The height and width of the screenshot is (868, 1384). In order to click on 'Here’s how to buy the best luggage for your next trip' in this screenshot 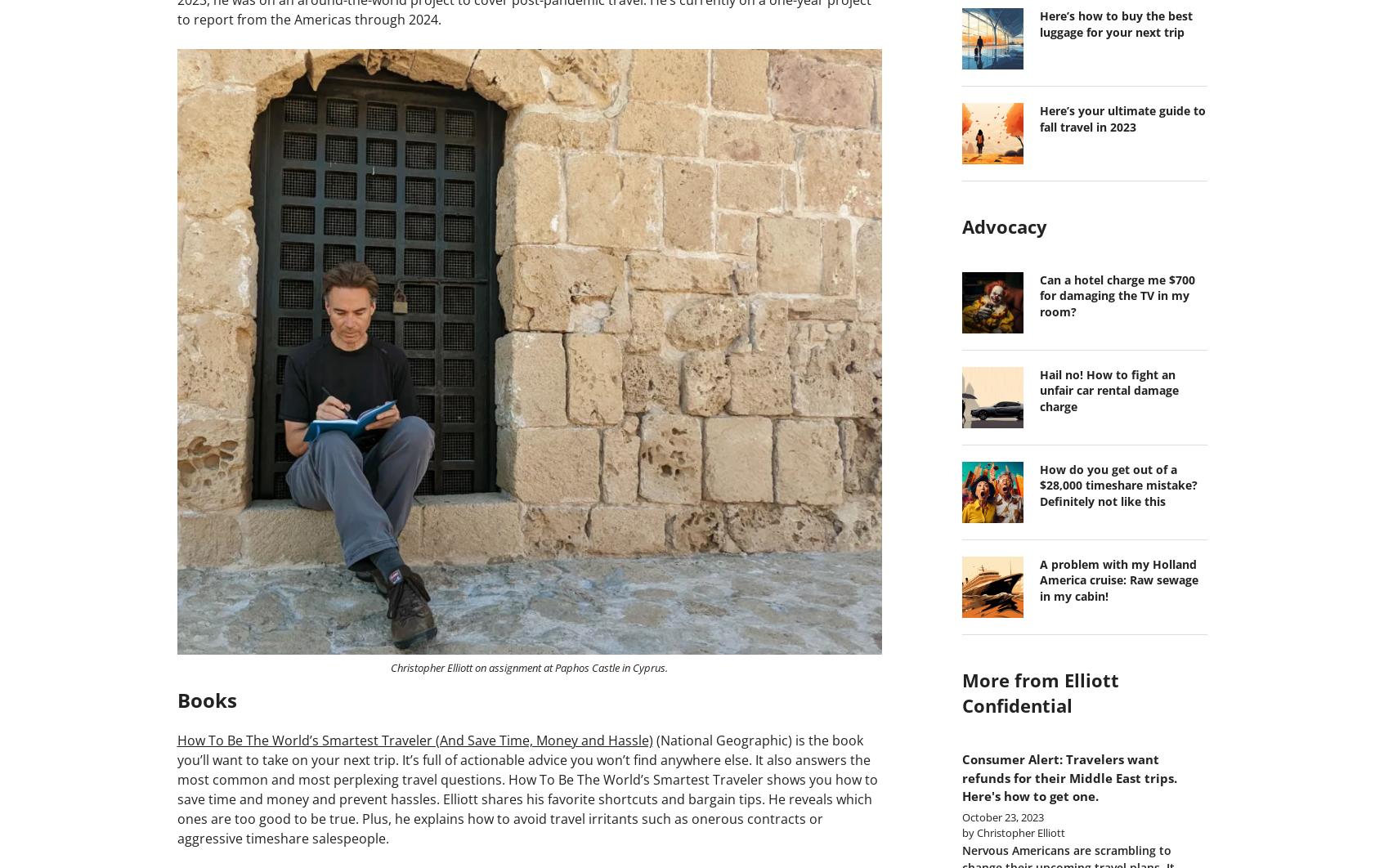, I will do `click(1114, 23)`.